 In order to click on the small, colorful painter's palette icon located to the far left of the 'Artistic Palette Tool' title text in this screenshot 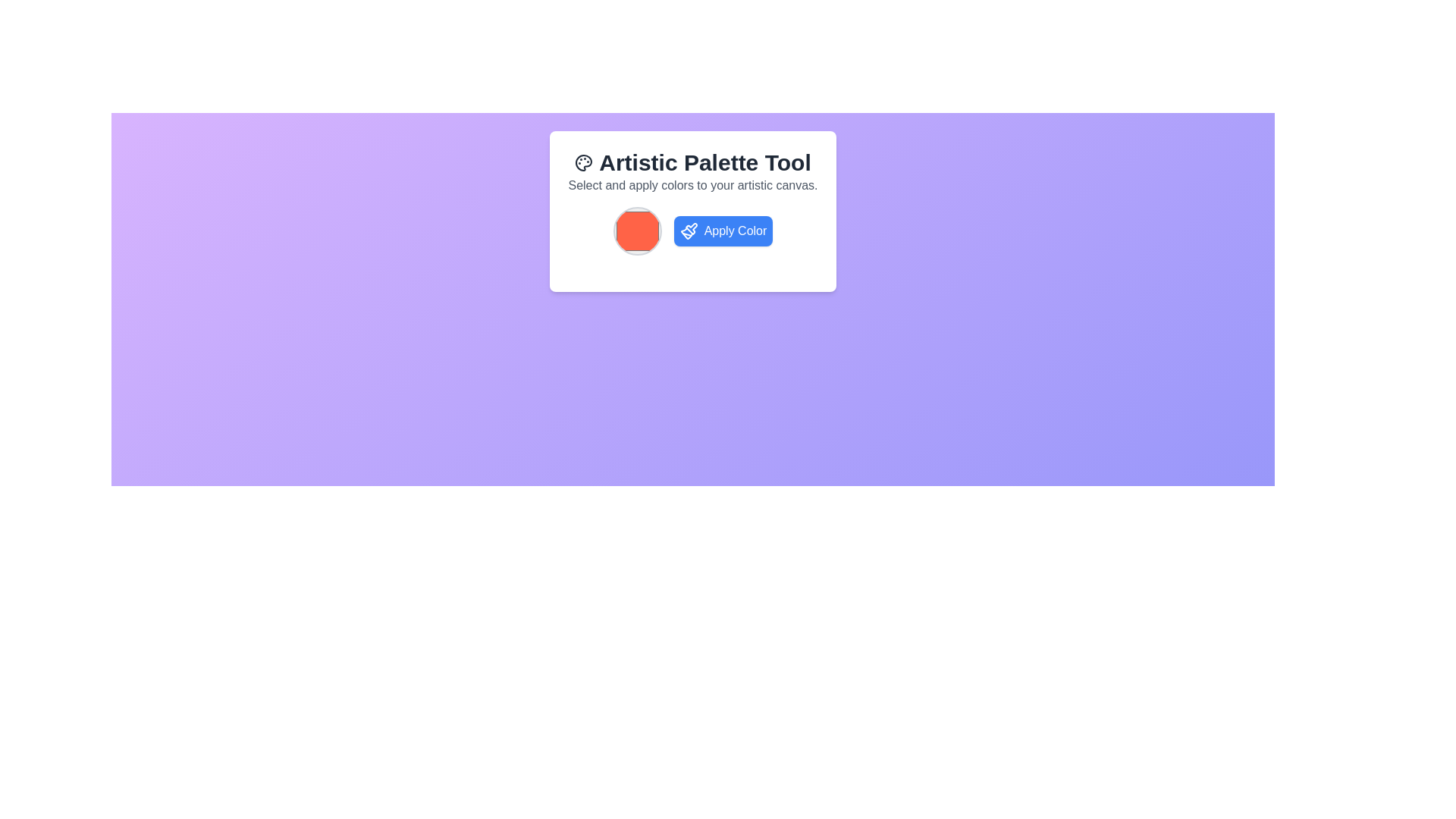, I will do `click(583, 163)`.